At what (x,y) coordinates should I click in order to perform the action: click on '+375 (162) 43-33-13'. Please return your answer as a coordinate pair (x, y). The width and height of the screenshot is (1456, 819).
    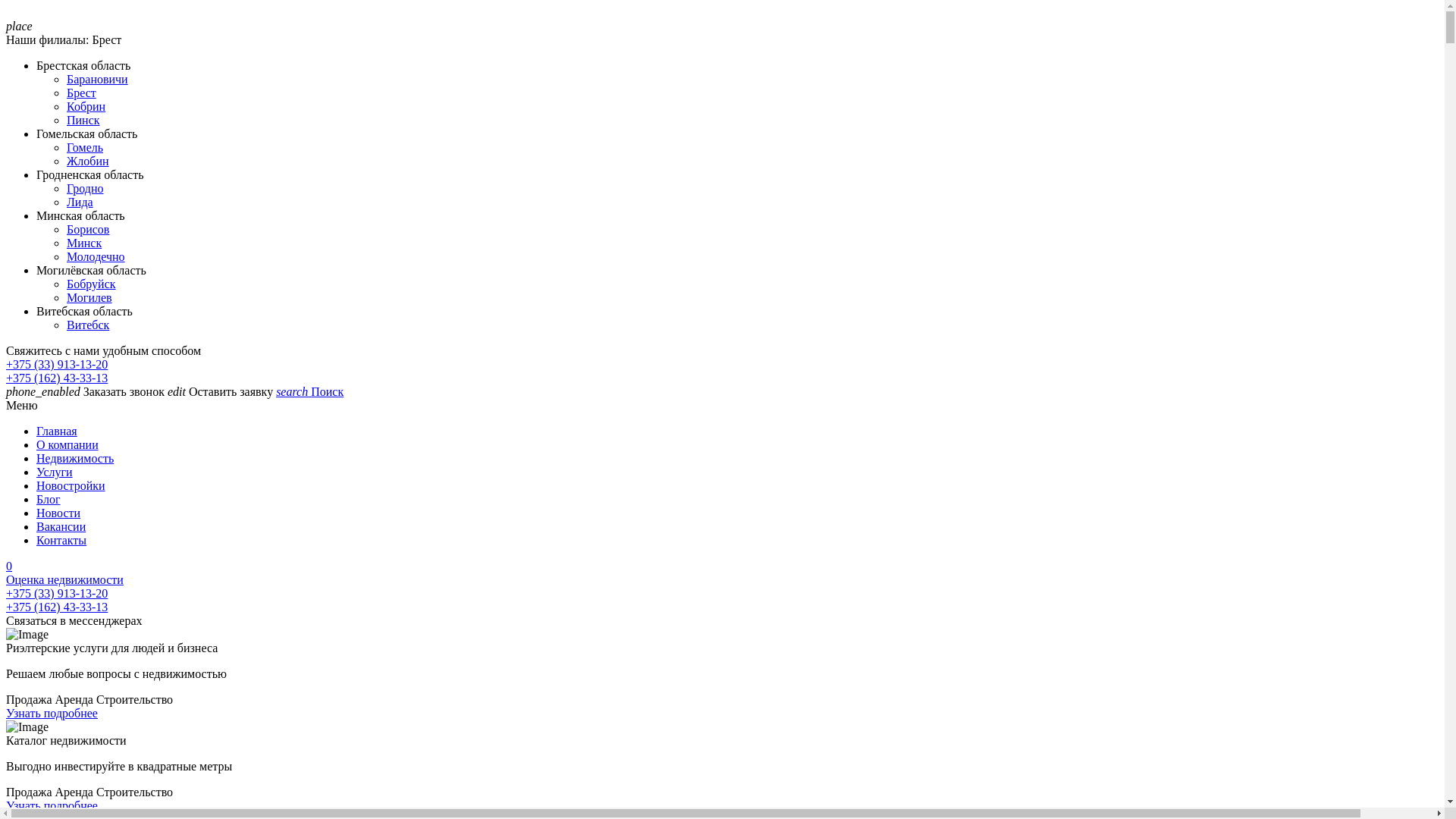
    Looking at the image, I should click on (57, 377).